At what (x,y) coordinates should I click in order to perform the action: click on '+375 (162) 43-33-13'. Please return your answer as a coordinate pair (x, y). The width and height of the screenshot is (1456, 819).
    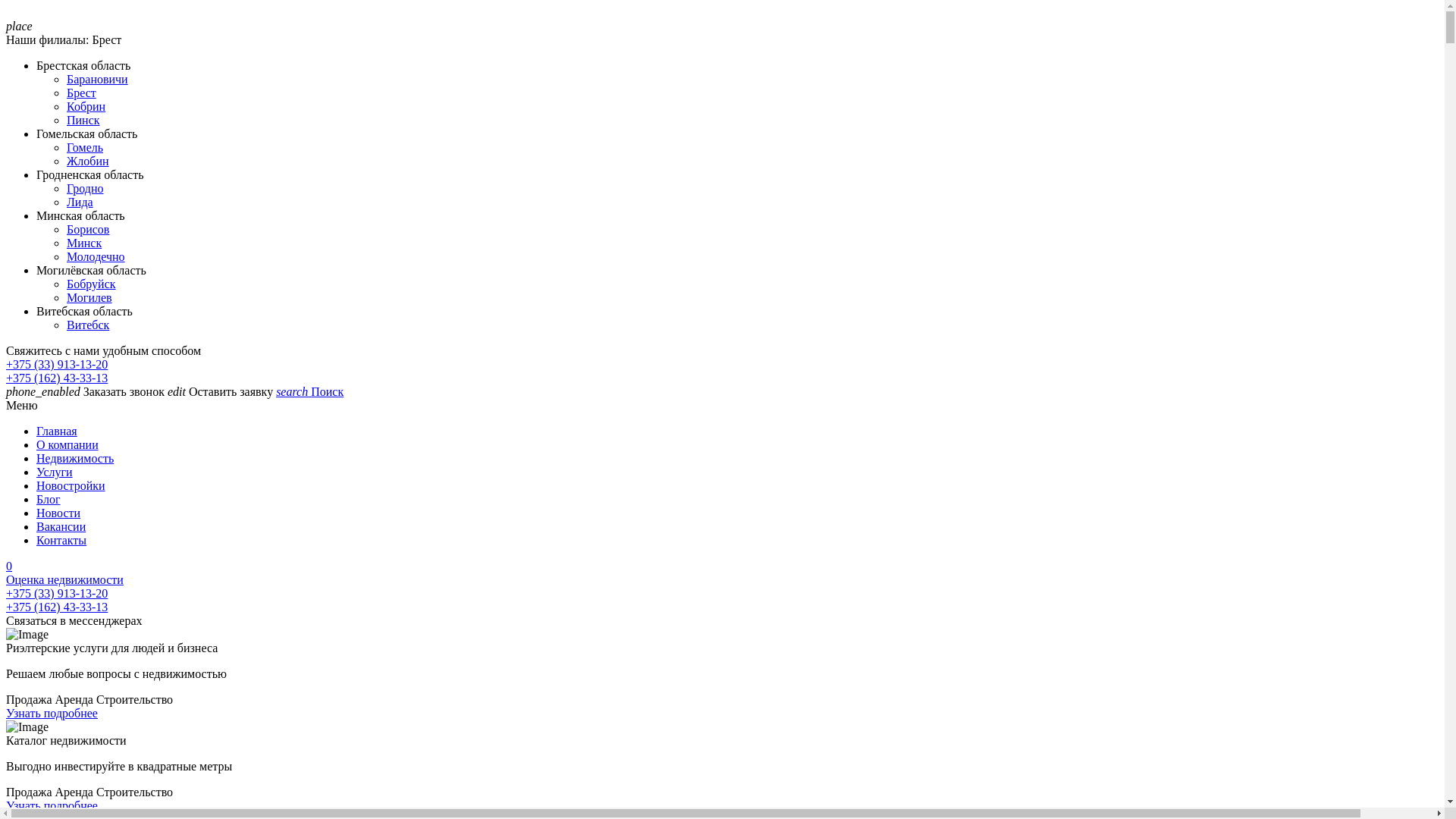
    Looking at the image, I should click on (57, 377).